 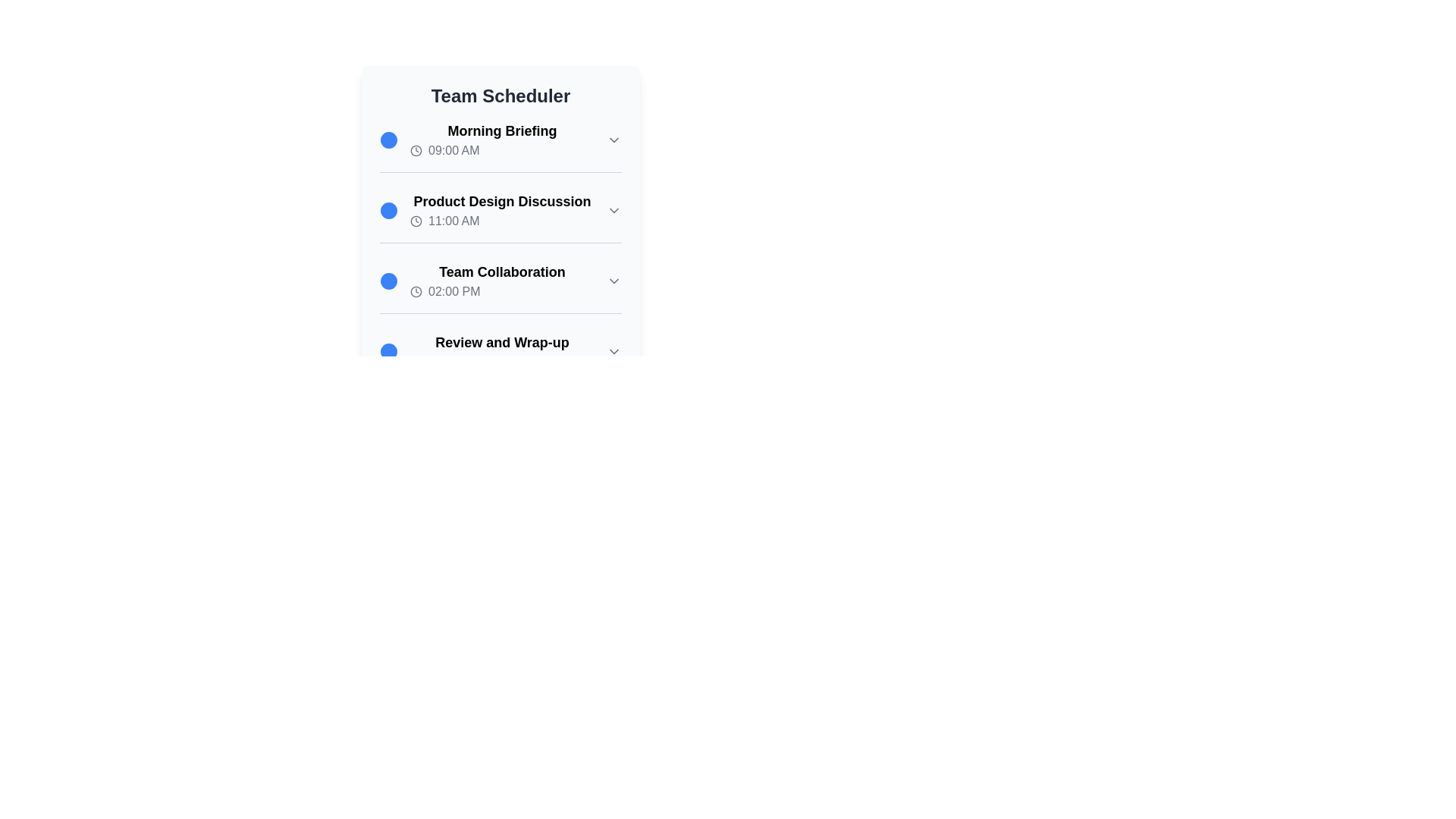 I want to click on text of the first informational list item under the 'Team Scheduler' header, which represents a scheduled meeting or event, so click(x=502, y=140).